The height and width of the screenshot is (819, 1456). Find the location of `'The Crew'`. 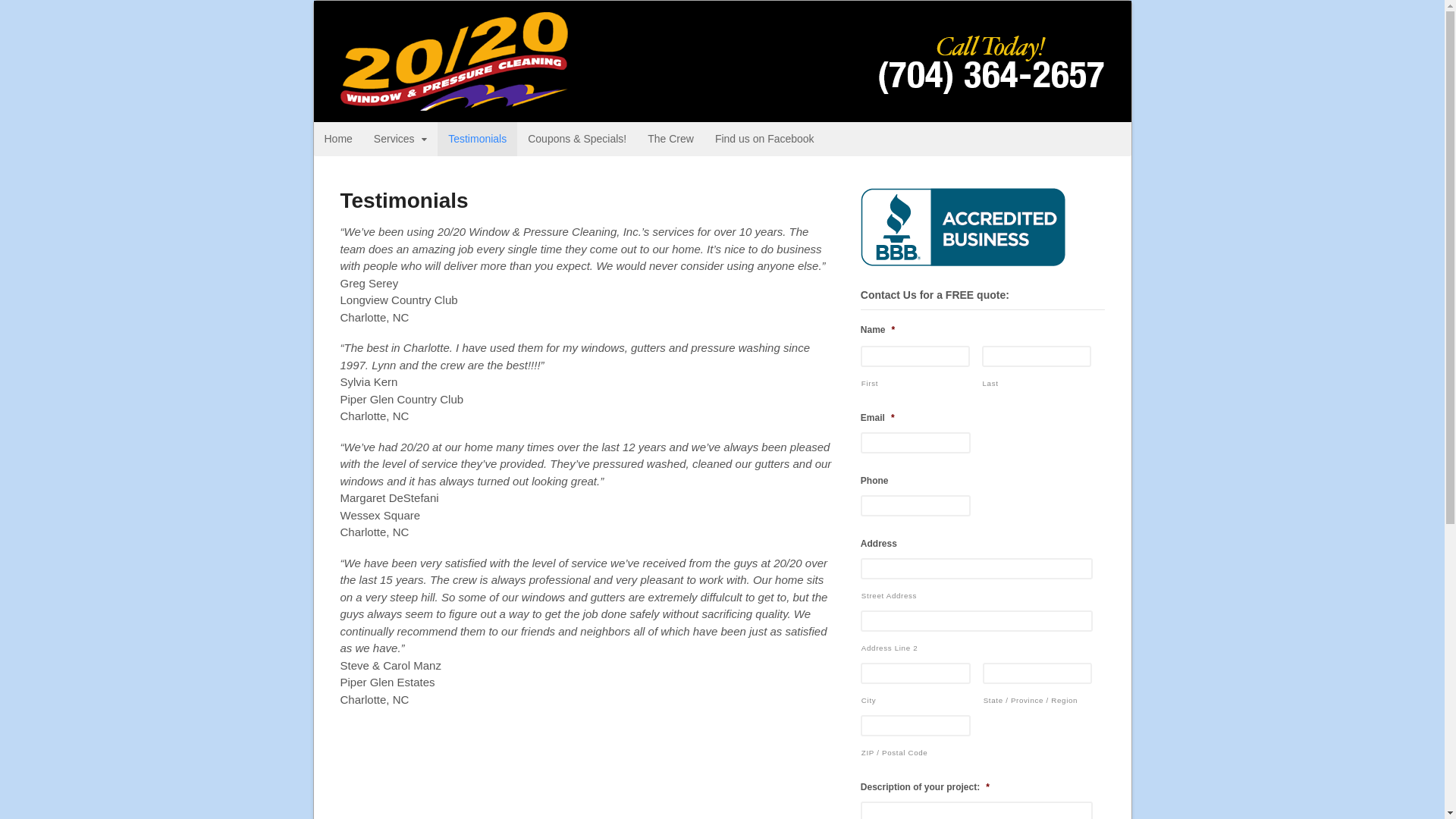

'The Crew' is located at coordinates (670, 139).